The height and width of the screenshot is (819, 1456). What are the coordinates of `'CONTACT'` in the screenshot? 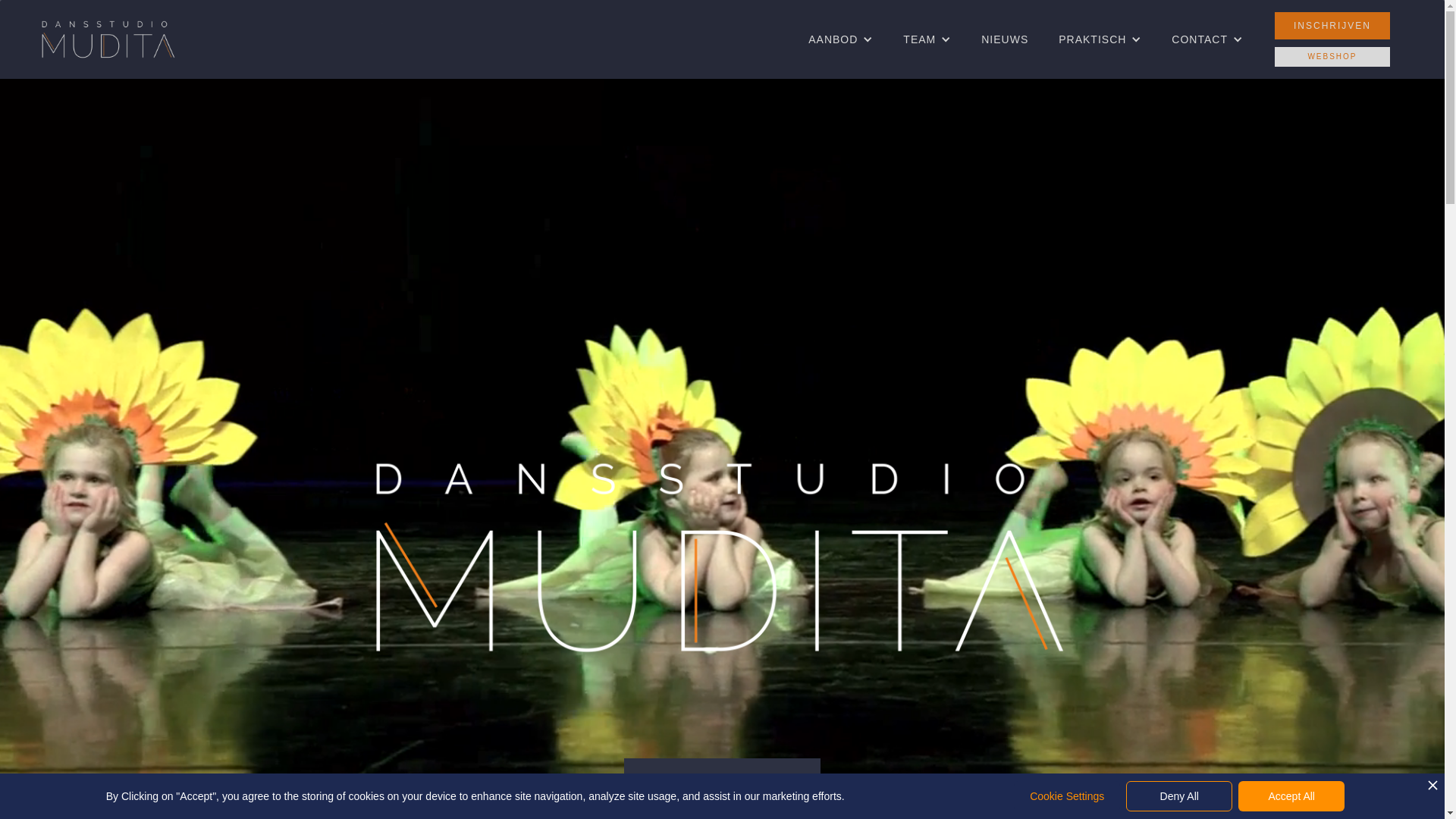 It's located at (1199, 38).